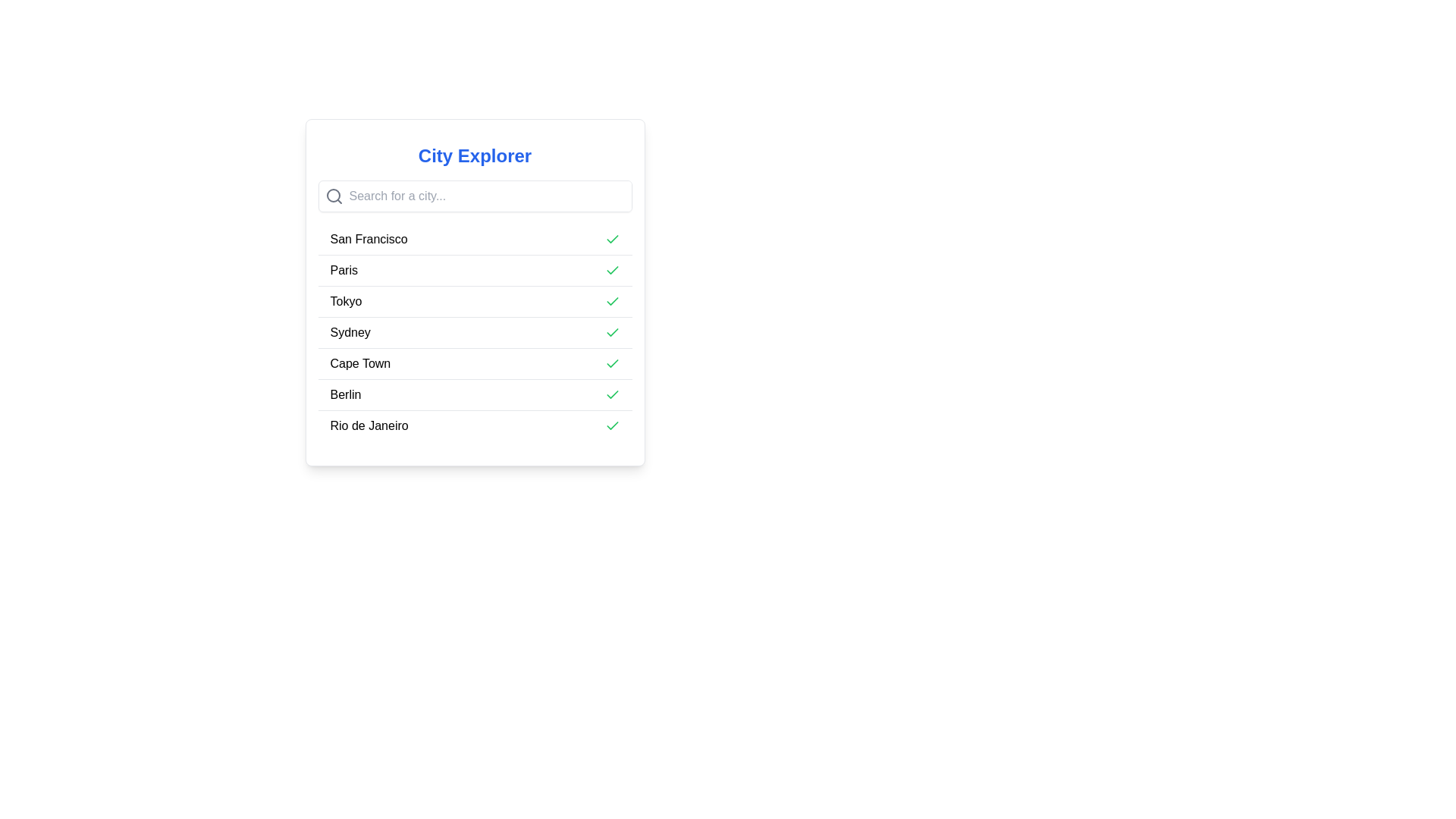  I want to click on the search trigger icon located to the left of the 'Search for a city...' input field, so click(333, 195).